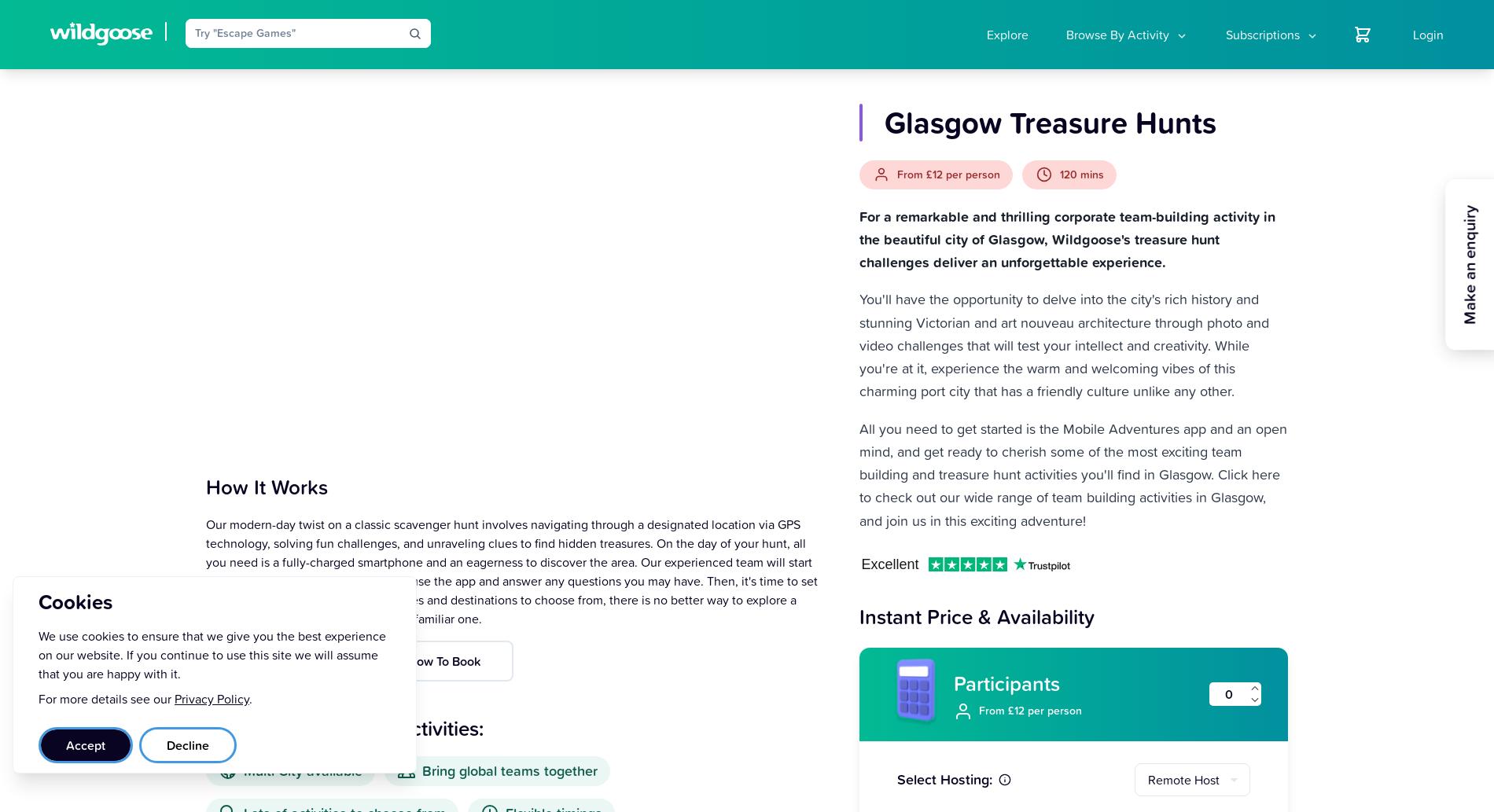  I want to click on 'Make an enquiry', so click(1469, 263).